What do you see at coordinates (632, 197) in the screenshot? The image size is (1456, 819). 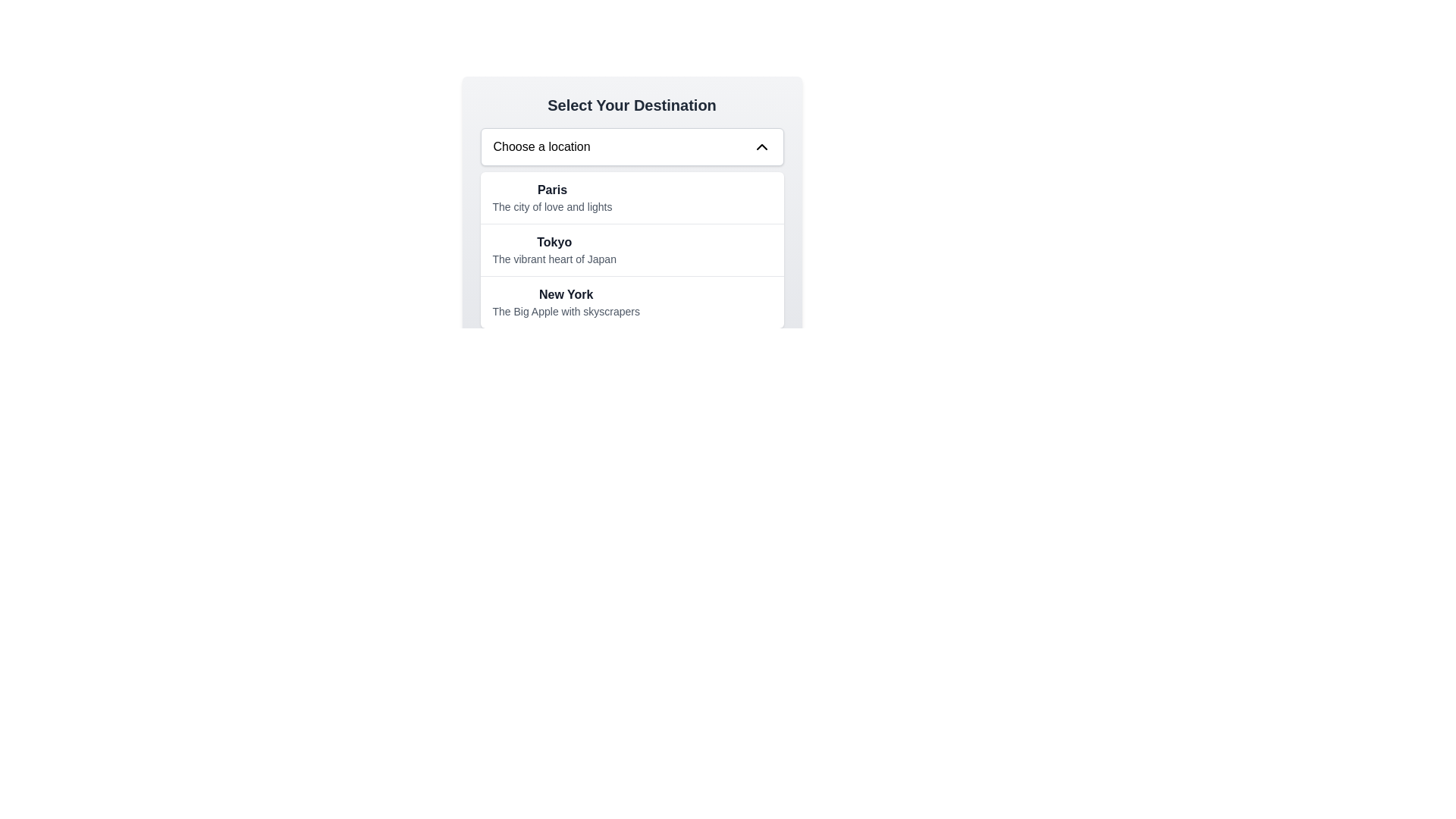 I see `to select the 'Paris' option in the dropdown menu, which is the first item in the list below 'Choose a location.'` at bounding box center [632, 197].